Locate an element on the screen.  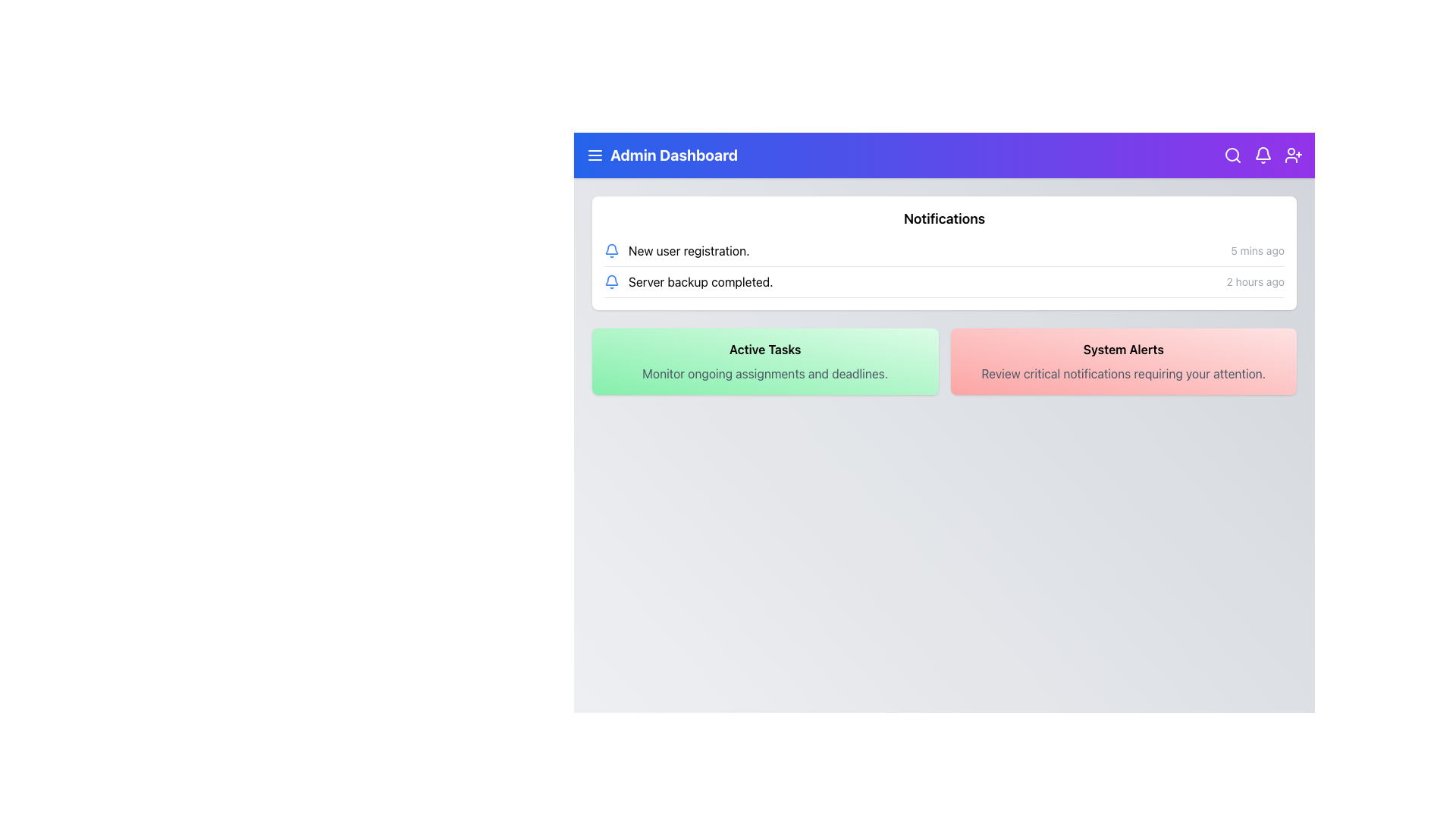
the bell icon button located in the top-right corner of the interface is located at coordinates (1263, 155).